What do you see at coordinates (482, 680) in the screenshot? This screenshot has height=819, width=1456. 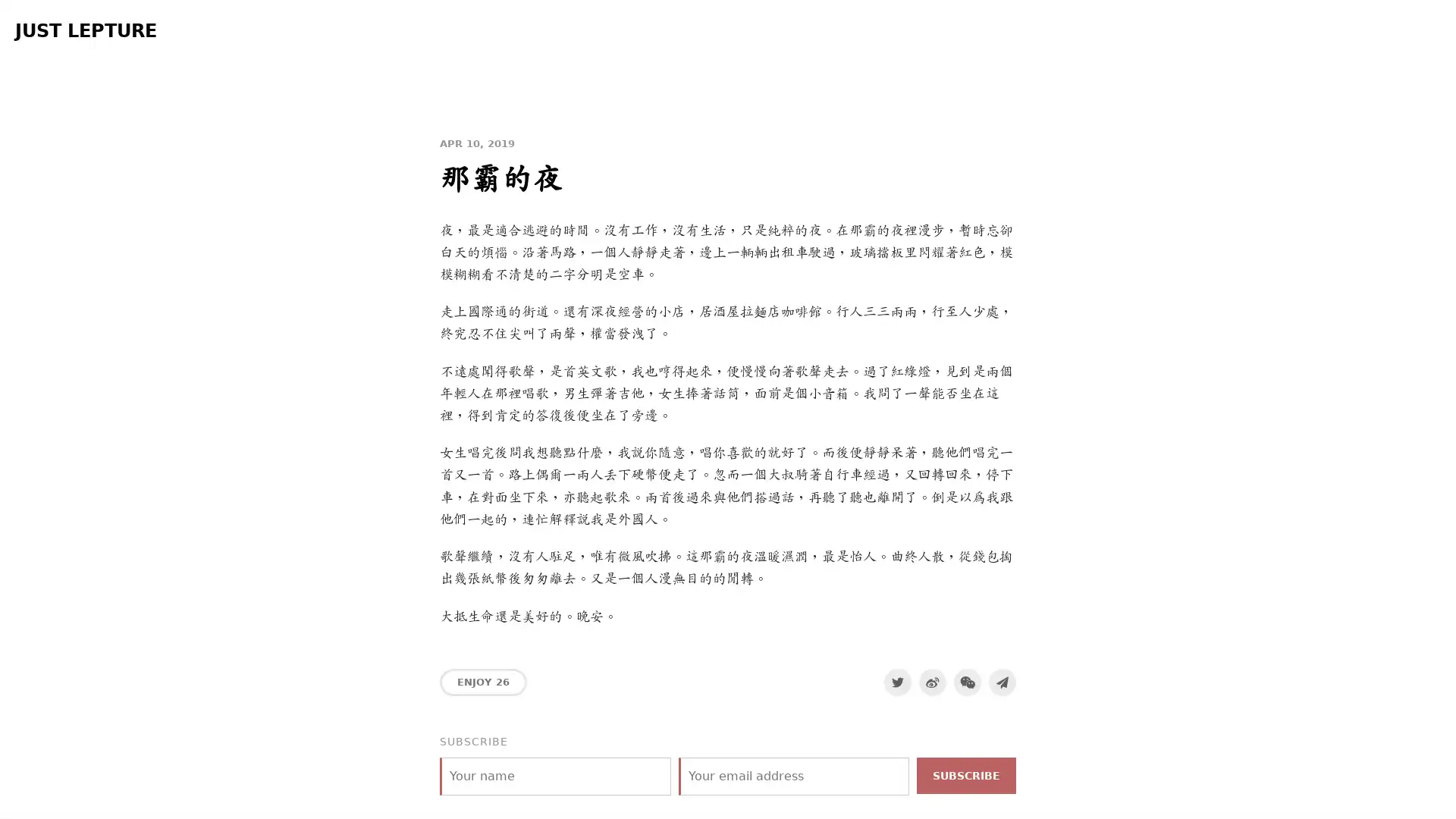 I see `ENJOY26` at bounding box center [482, 680].